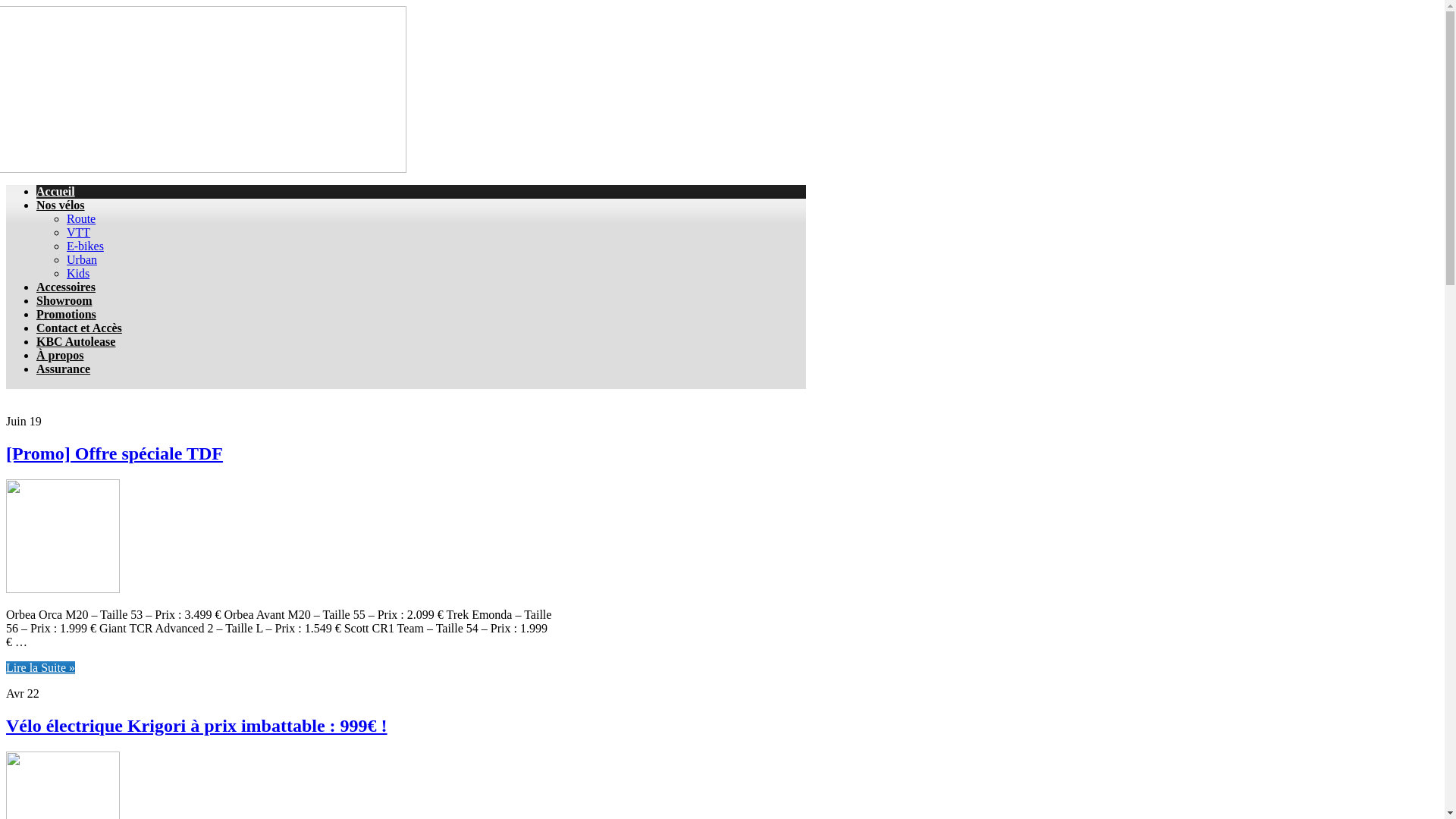 The image size is (1456, 819). Describe the element at coordinates (80, 259) in the screenshot. I see `'Urban'` at that location.